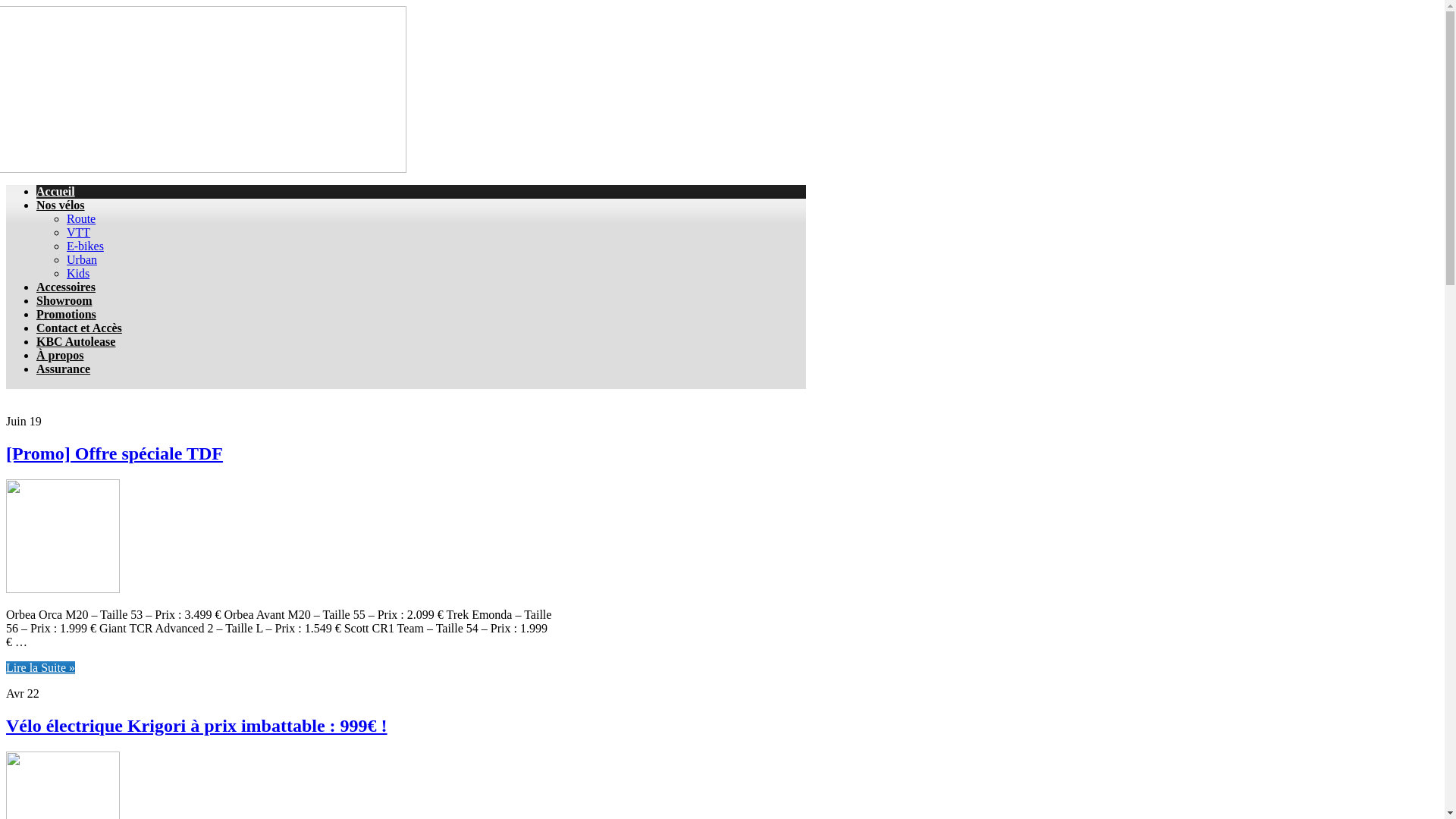 The image size is (1456, 819). Describe the element at coordinates (80, 259) in the screenshot. I see `'Urban'` at that location.